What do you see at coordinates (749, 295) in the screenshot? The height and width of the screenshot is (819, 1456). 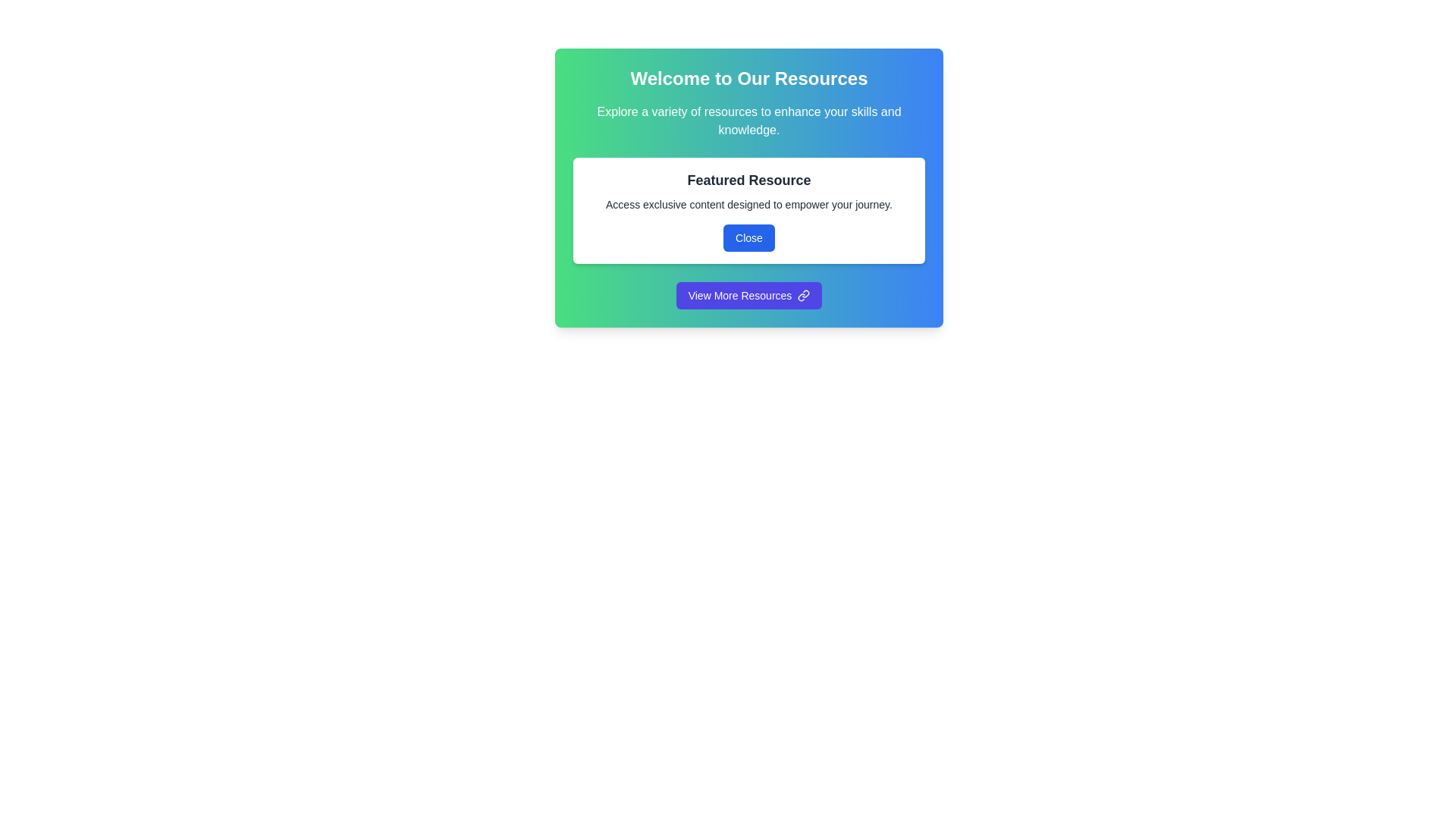 I see `the rectangular 'View More Resources' button with white text on a purple background` at bounding box center [749, 295].